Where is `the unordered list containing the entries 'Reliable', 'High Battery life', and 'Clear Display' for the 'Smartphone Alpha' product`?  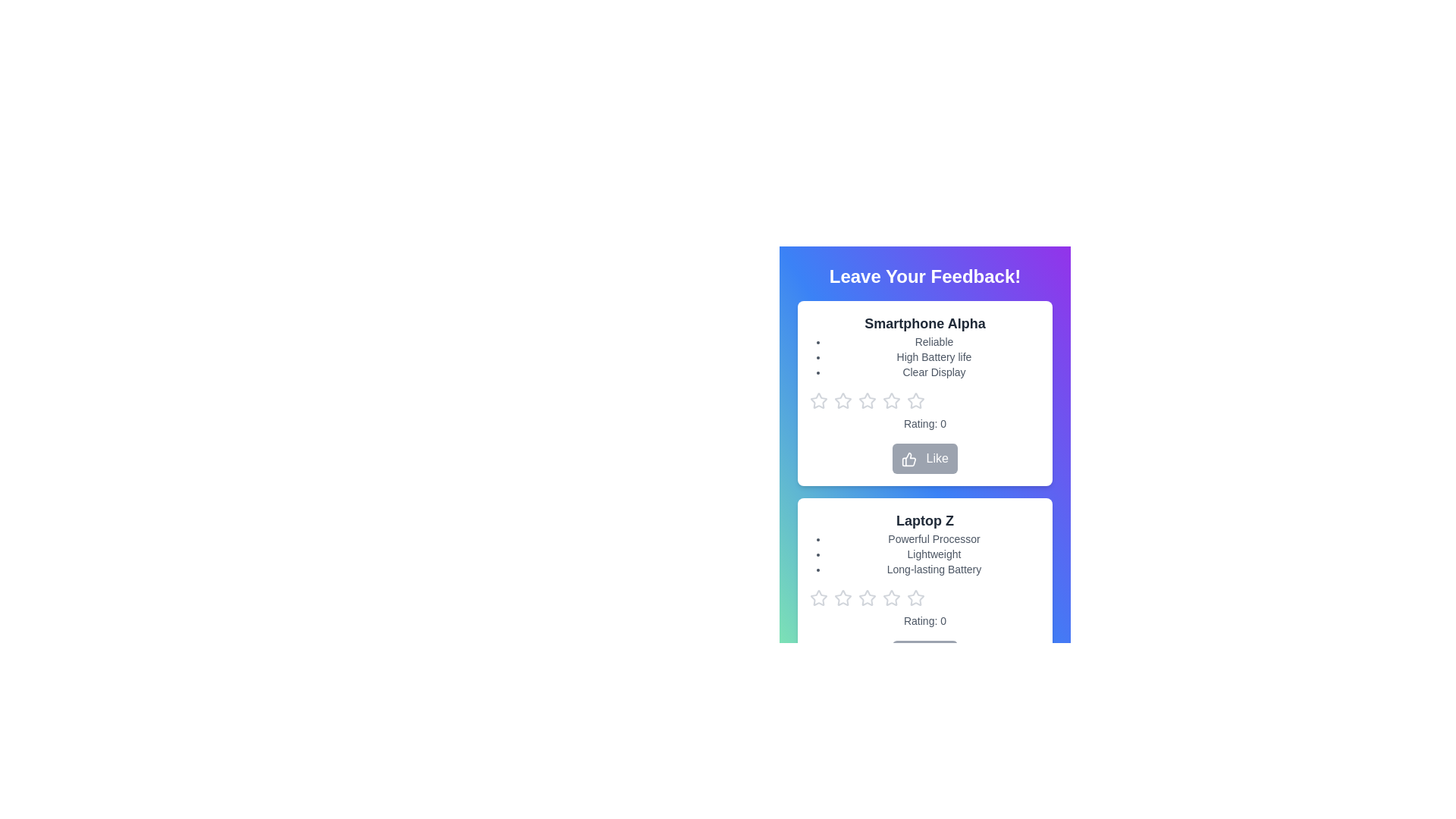
the unordered list containing the entries 'Reliable', 'High Battery life', and 'Clear Display' for the 'Smartphone Alpha' product is located at coordinates (934, 356).